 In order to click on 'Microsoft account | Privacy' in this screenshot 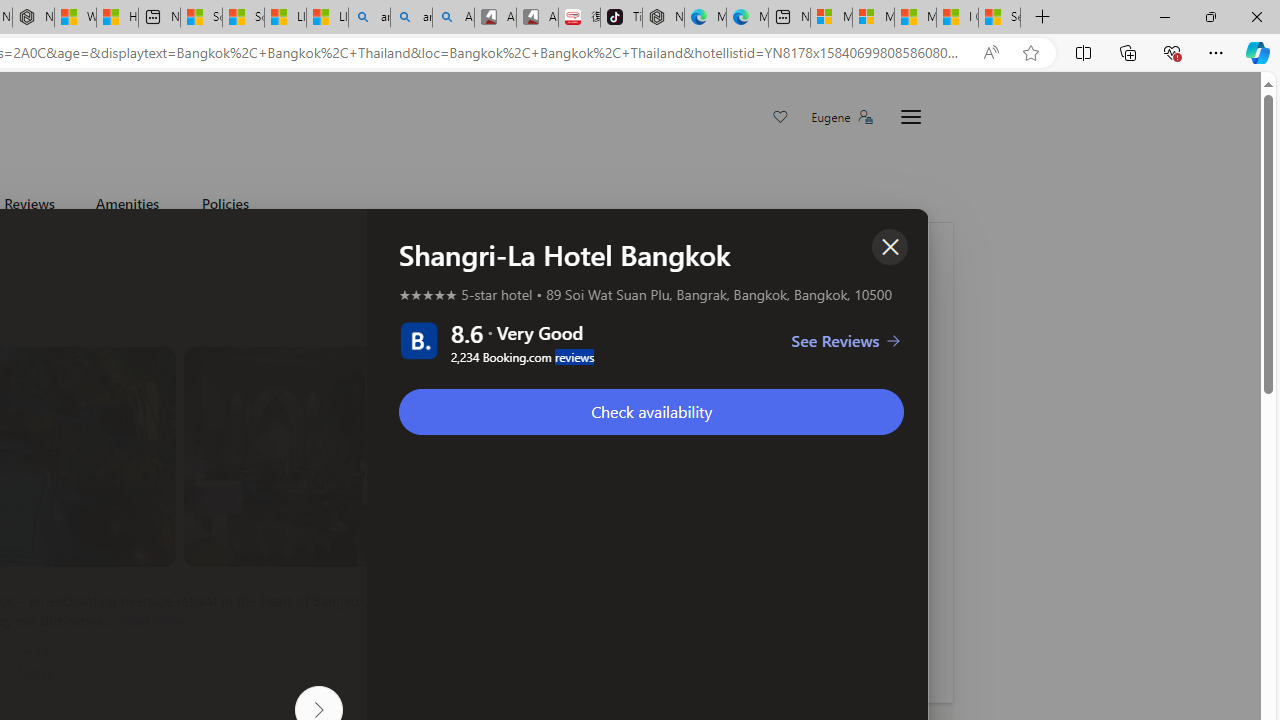, I will do `click(872, 17)`.